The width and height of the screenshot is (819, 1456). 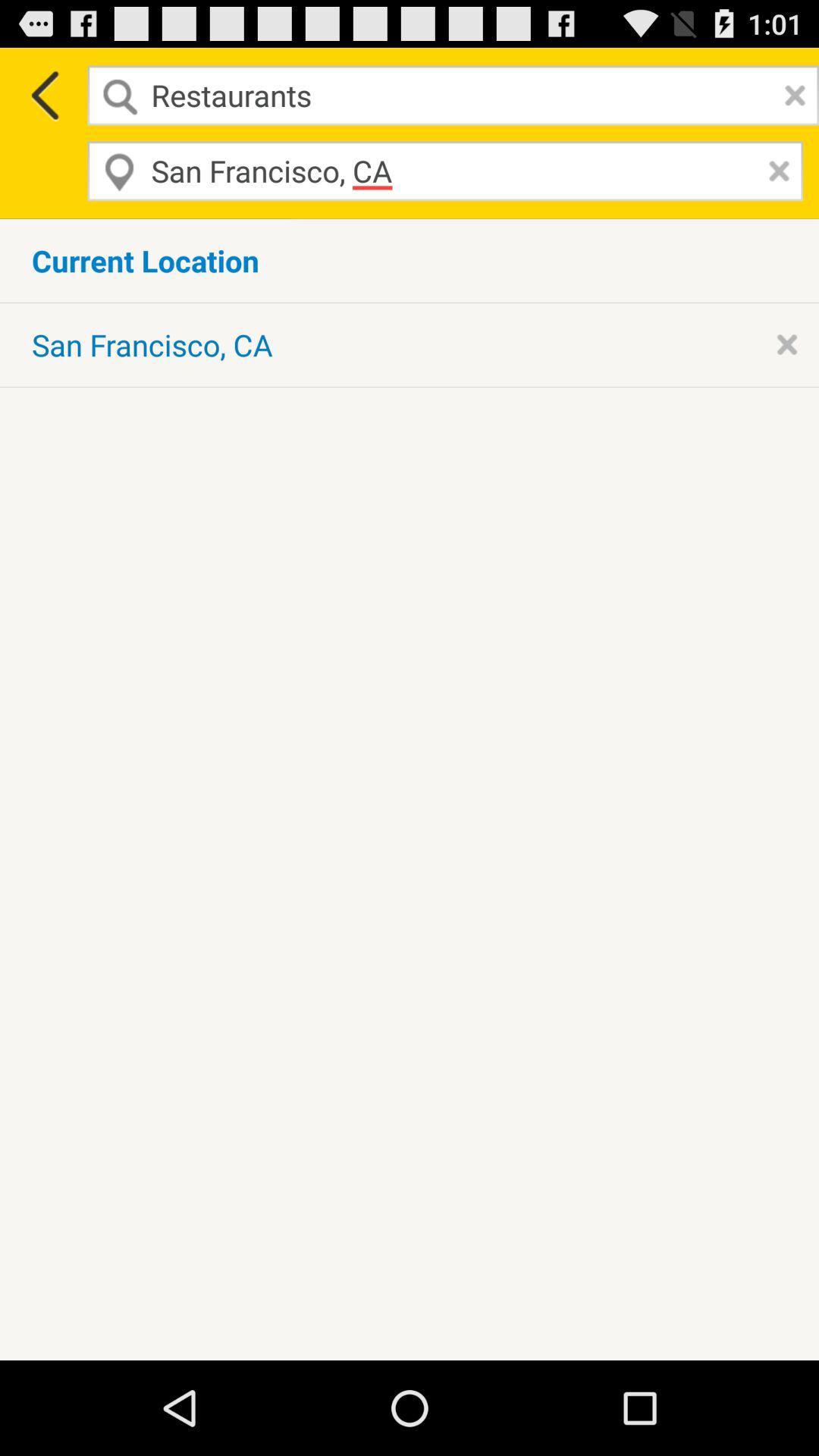 I want to click on back, so click(x=42, y=94).